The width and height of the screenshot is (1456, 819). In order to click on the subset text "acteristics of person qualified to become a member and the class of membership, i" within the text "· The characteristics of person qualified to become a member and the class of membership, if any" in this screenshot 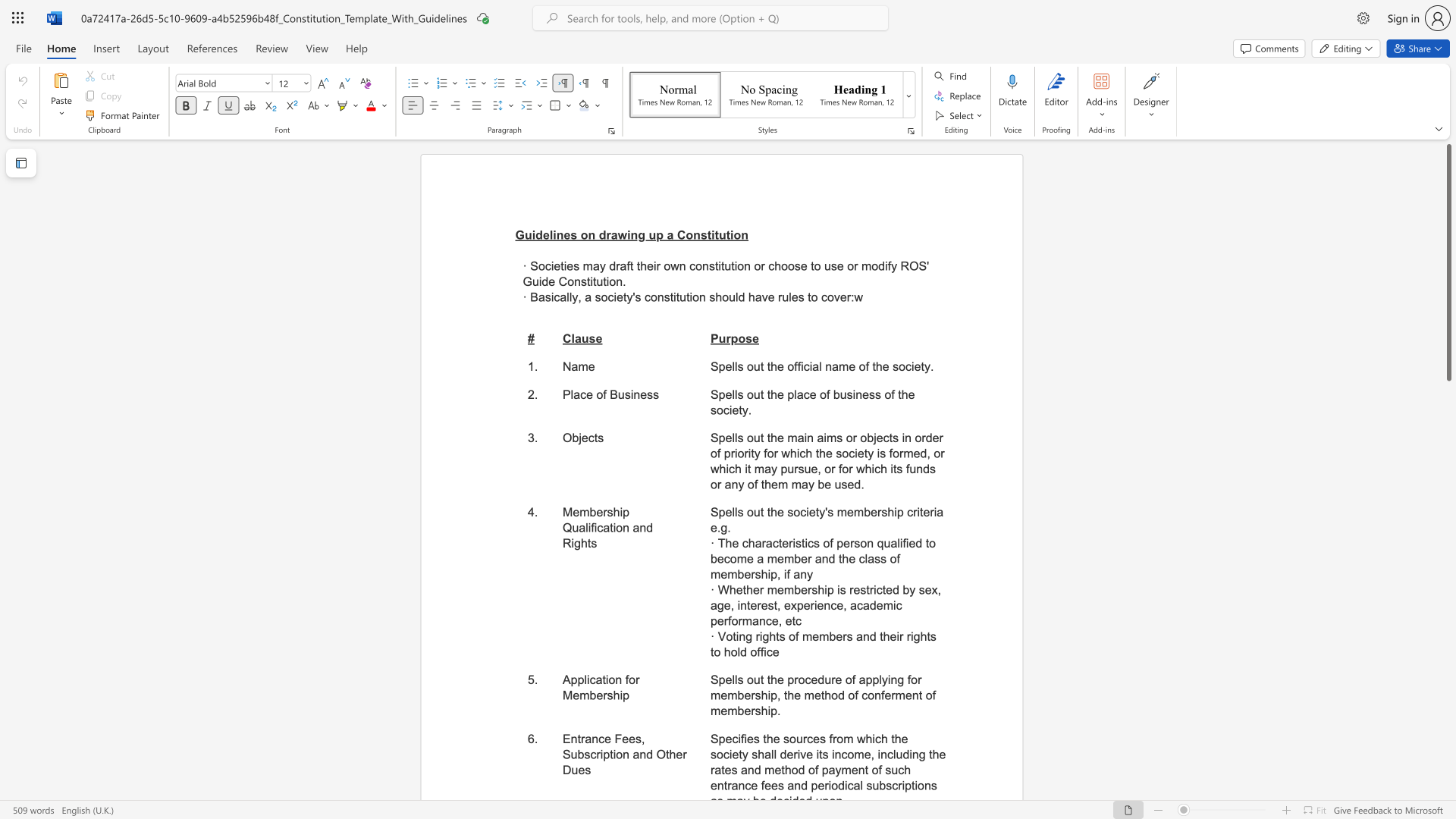, I will do `click(765, 542)`.